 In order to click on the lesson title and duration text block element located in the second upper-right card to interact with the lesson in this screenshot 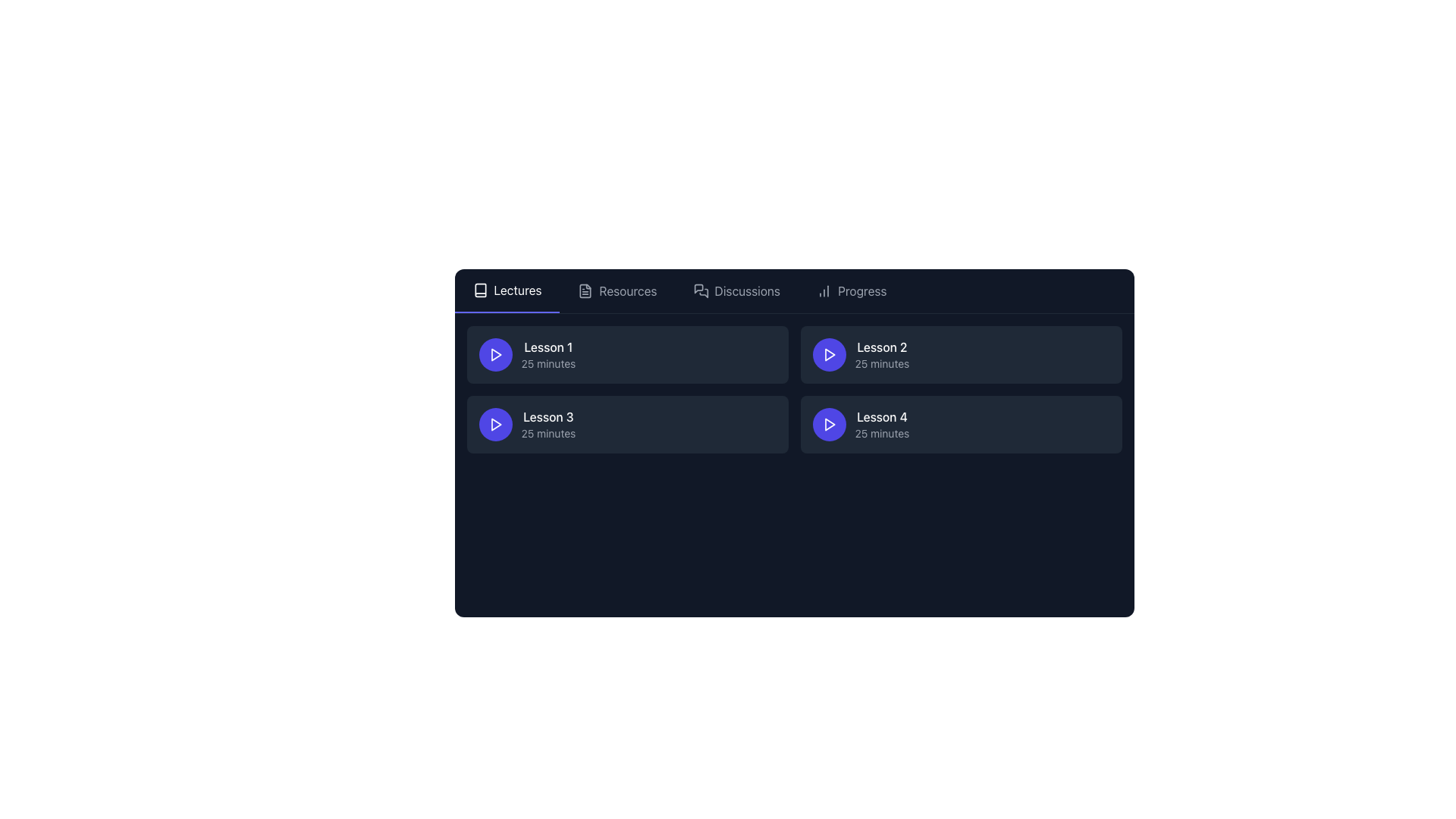, I will do `click(882, 354)`.